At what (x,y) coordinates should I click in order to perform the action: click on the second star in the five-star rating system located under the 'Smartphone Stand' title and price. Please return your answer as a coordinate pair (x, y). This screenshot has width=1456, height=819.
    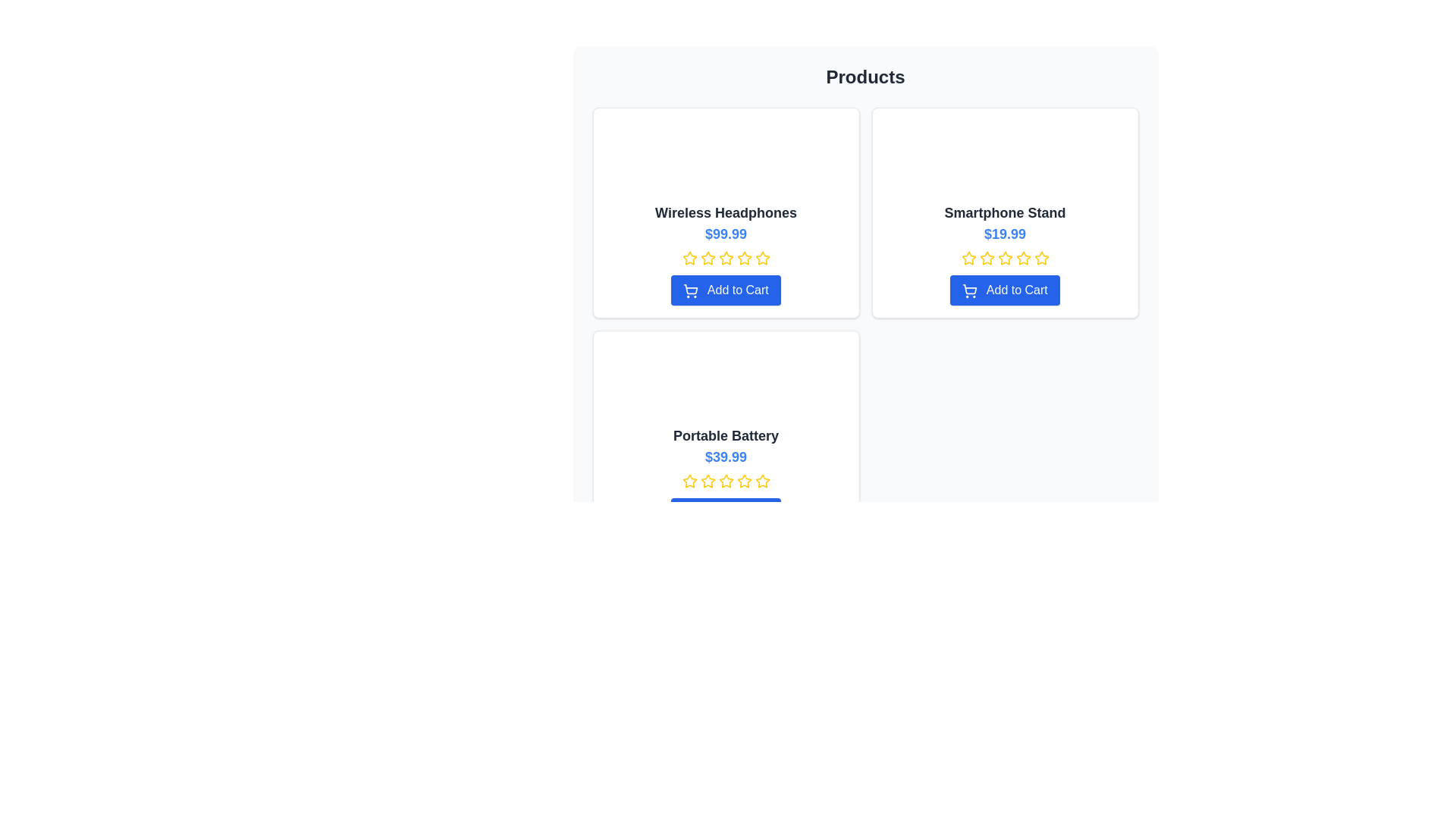
    Looking at the image, I should click on (1005, 257).